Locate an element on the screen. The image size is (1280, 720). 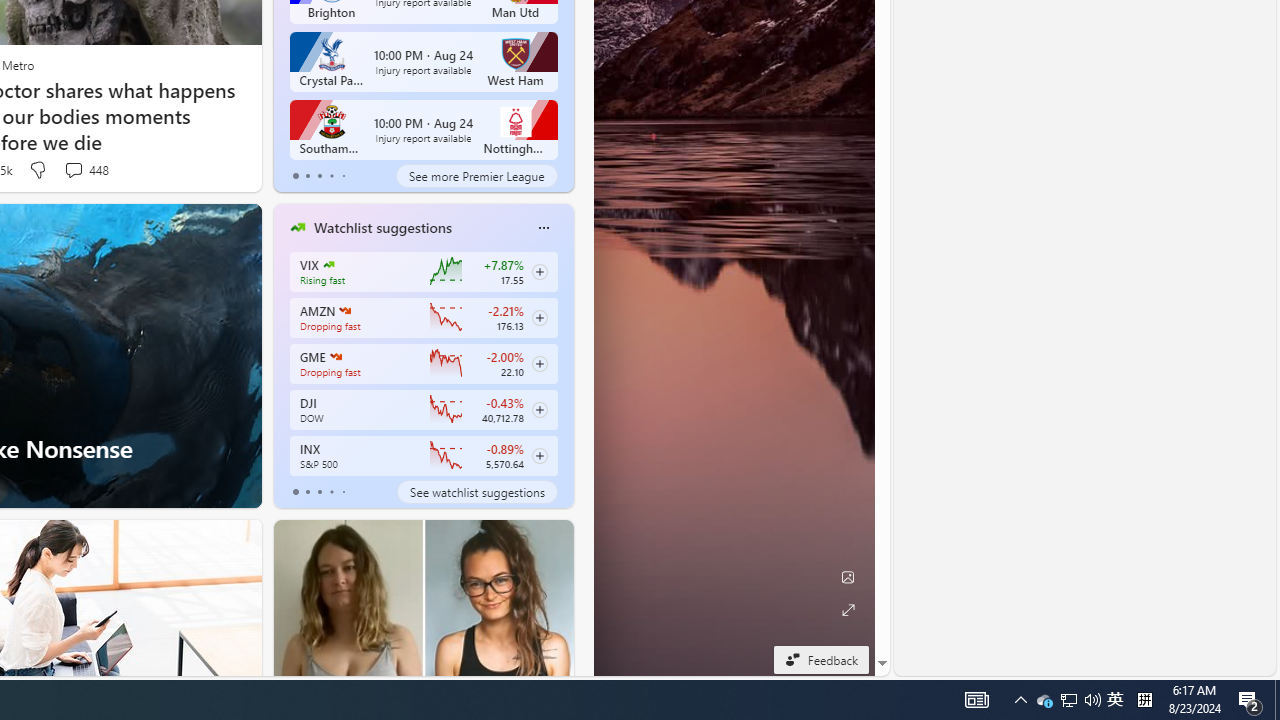
'See more Premier League' is located at coordinates (475, 175).